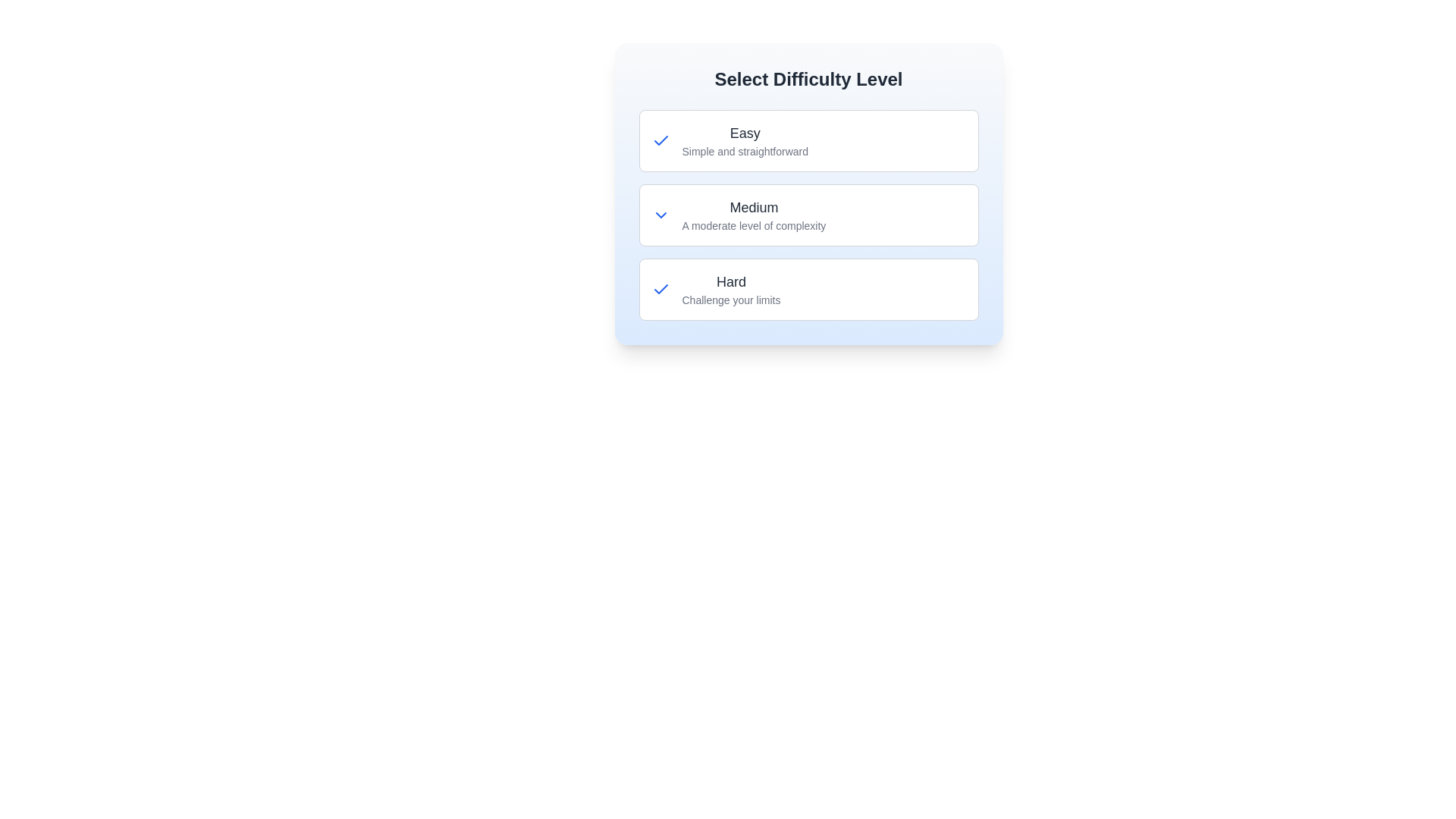 The width and height of the screenshot is (1456, 819). What do you see at coordinates (731, 281) in the screenshot?
I see `the 'Hard' difficulty level label, which is positioned above the descriptive text 'Challenge your limits' in the third option block of the difficulty levels list` at bounding box center [731, 281].